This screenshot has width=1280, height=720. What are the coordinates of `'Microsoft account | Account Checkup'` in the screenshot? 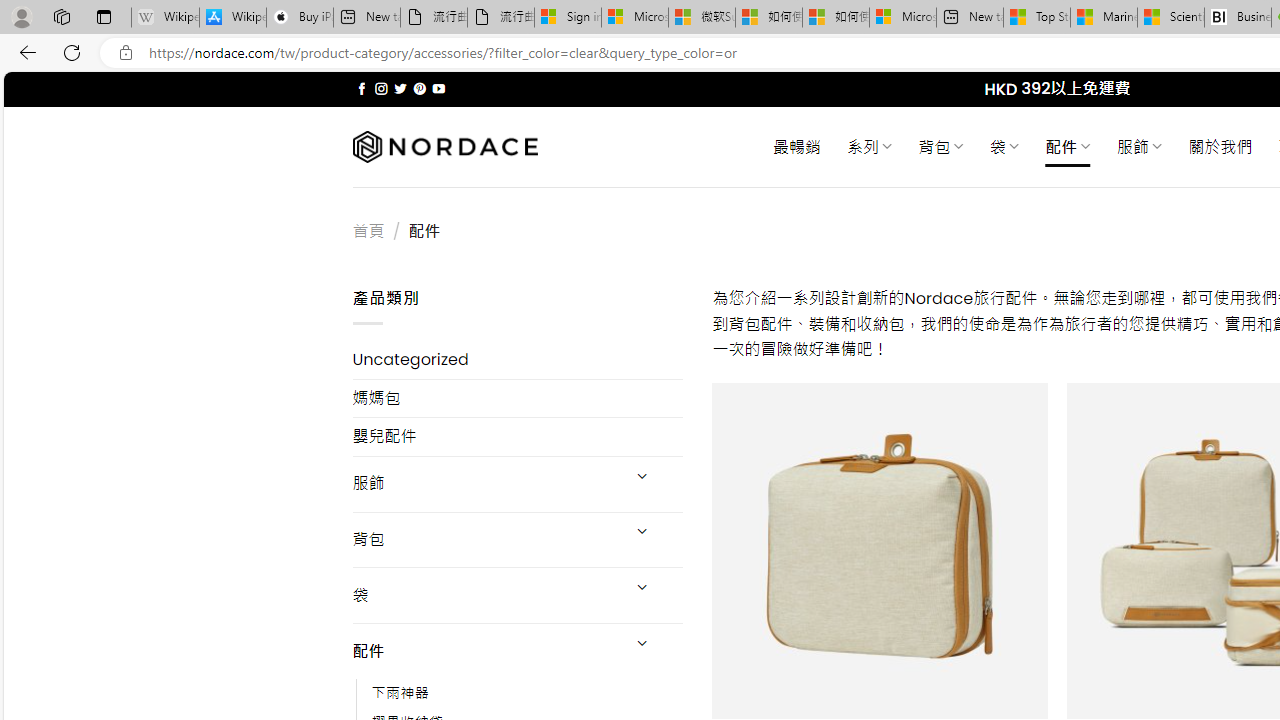 It's located at (902, 17).